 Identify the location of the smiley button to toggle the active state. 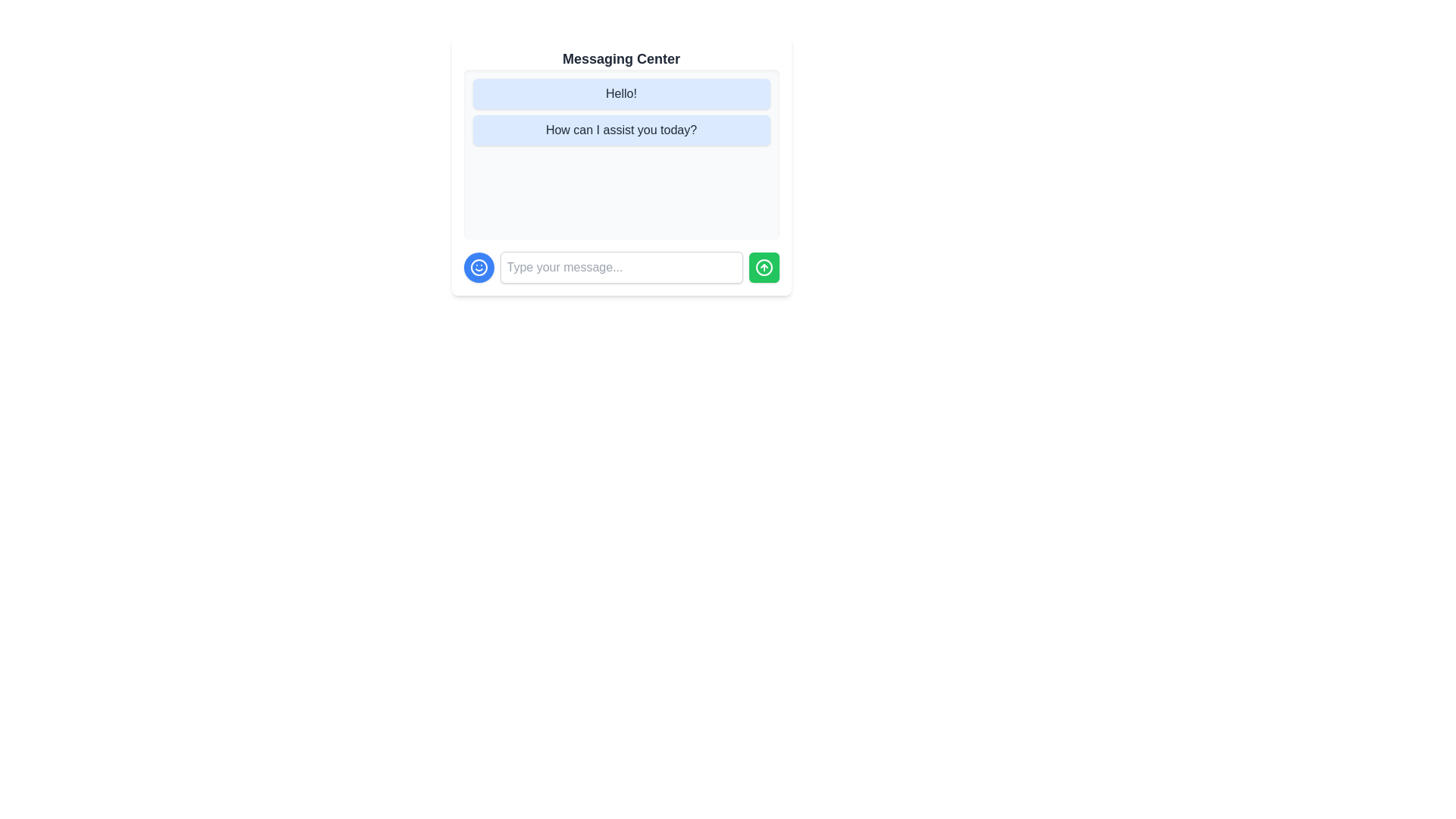
(478, 267).